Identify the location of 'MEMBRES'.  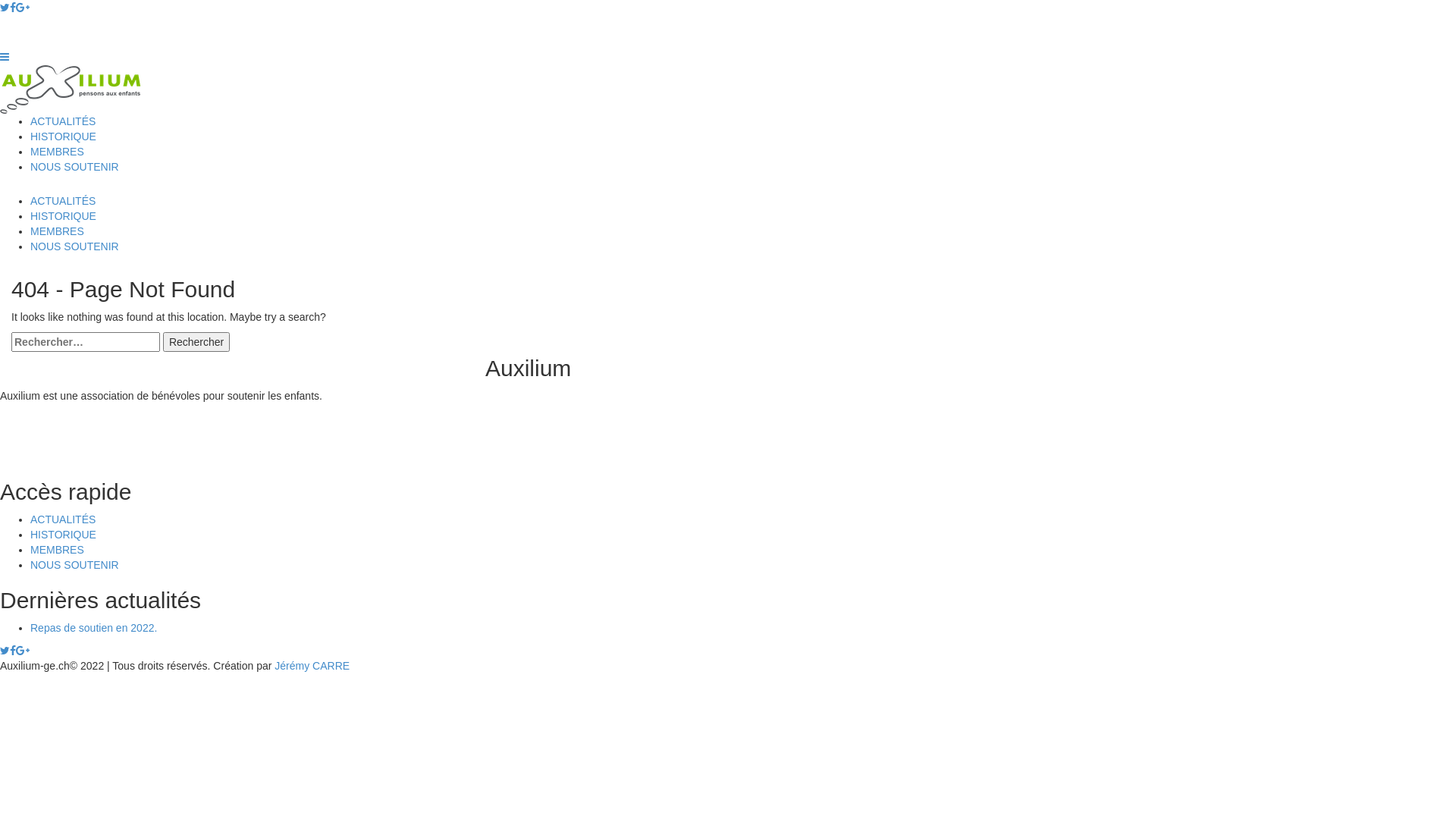
(57, 152).